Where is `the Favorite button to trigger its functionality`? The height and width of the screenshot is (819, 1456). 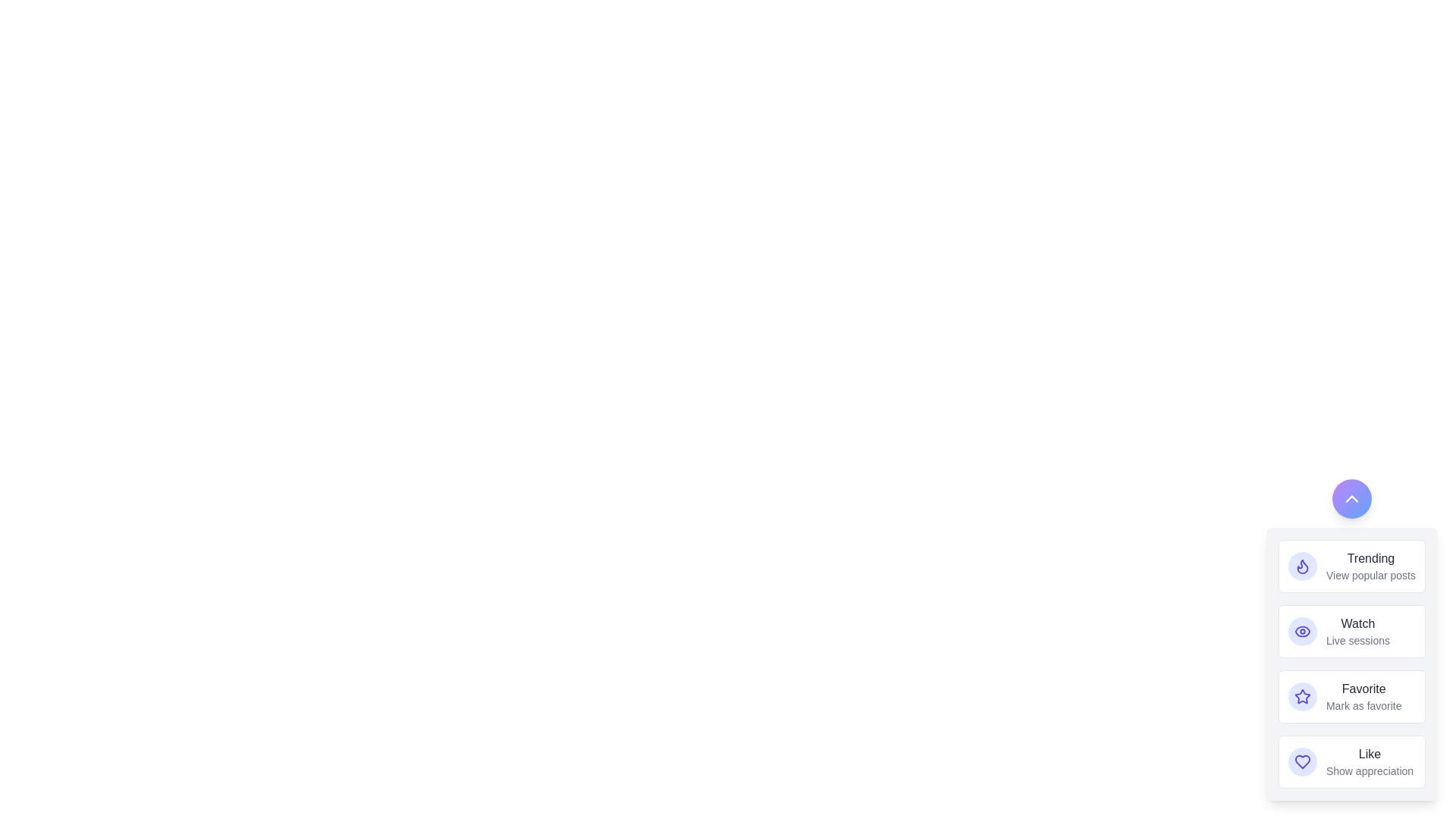
the Favorite button to trigger its functionality is located at coordinates (1302, 696).